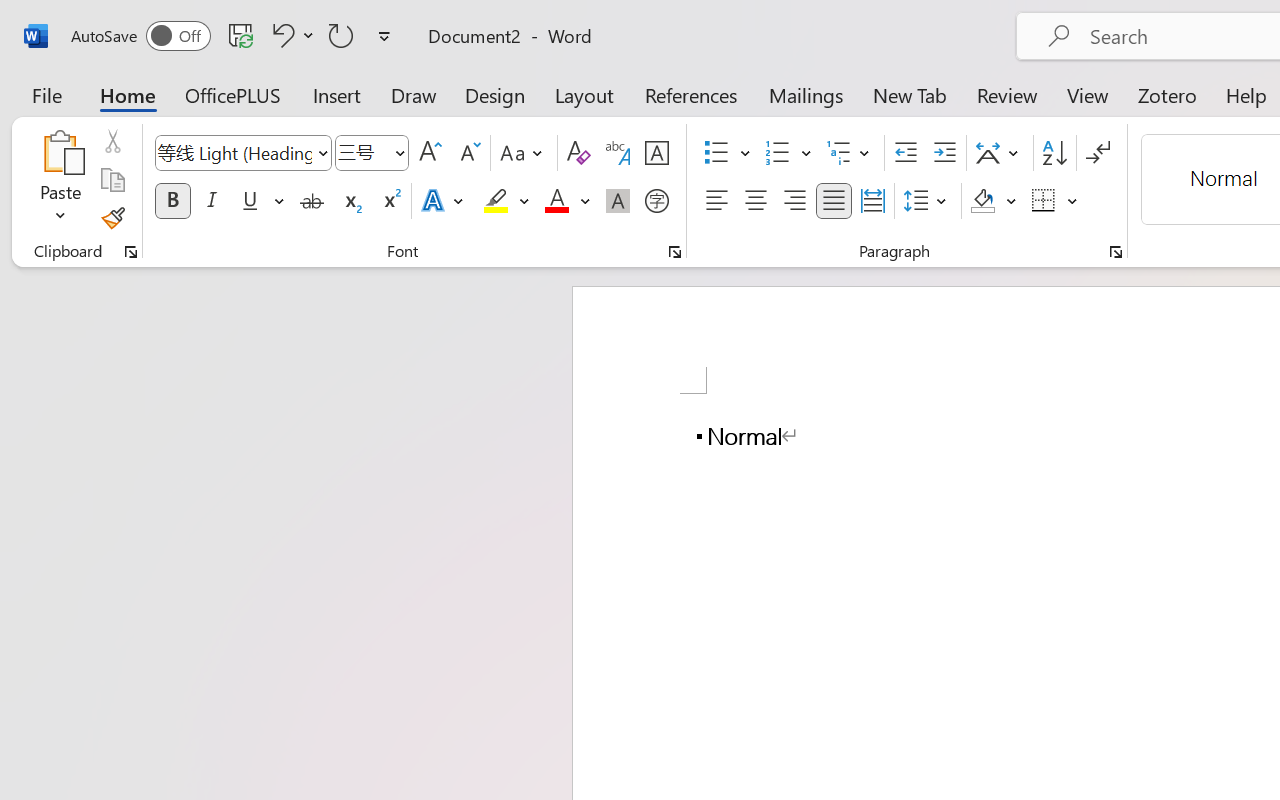  I want to click on 'Font Color', so click(566, 201).